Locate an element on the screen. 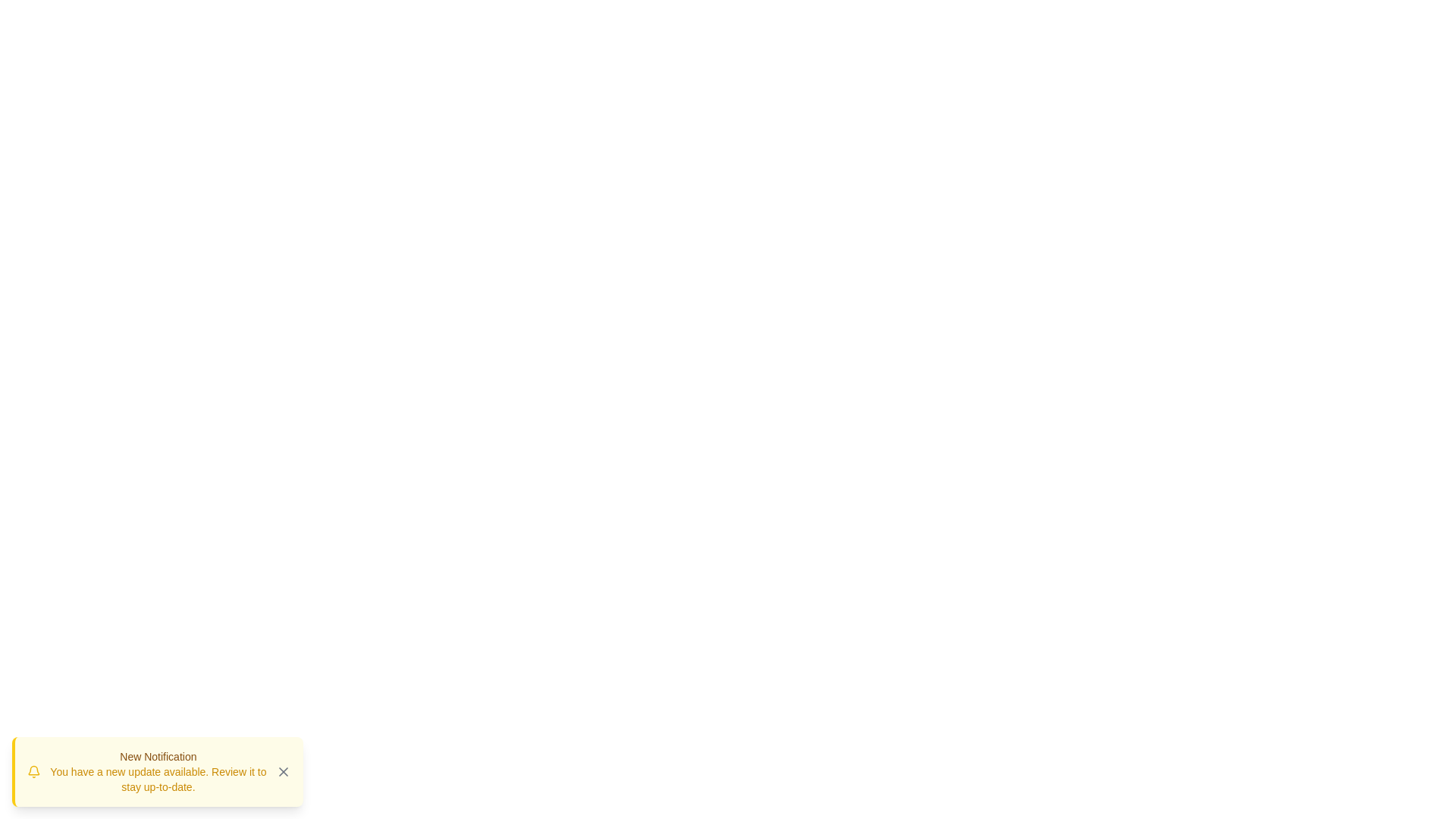 The image size is (1456, 819). notification displayed in the notification panel with a yellow background and a close button marked with an 'X' is located at coordinates (157, 772).